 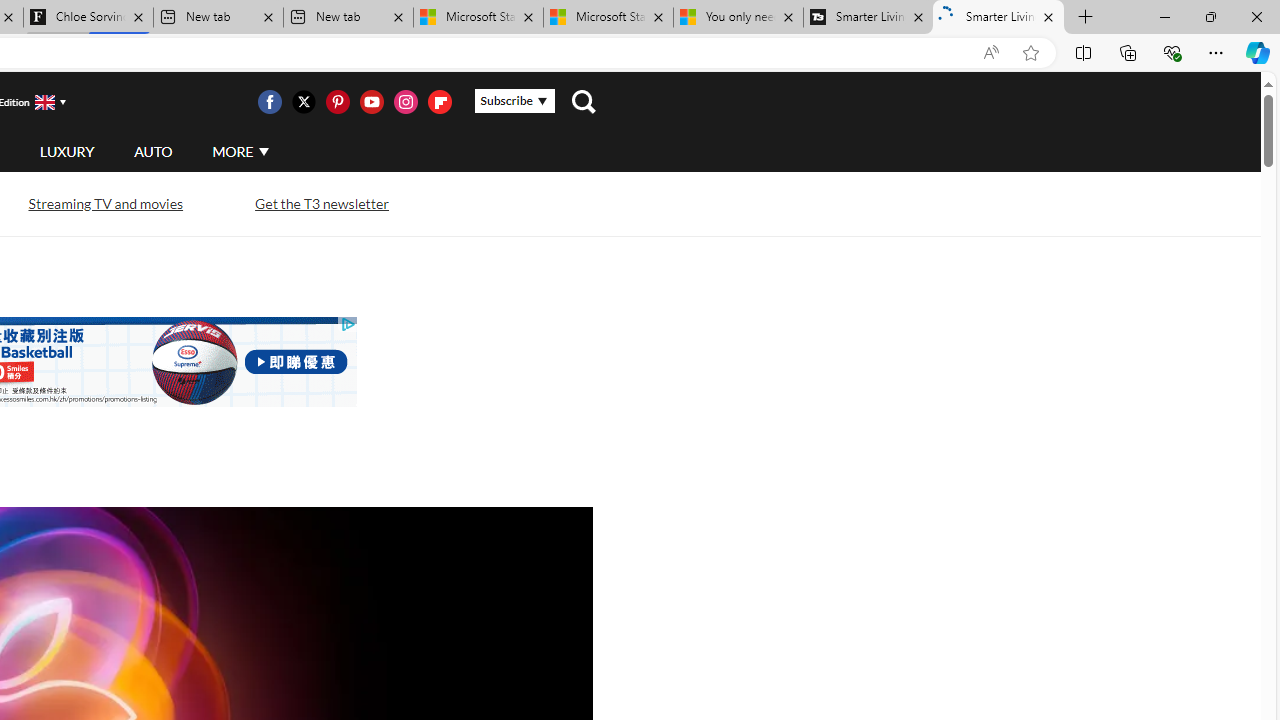 I want to click on 'Class: icon-svg', so click(x=438, y=101).